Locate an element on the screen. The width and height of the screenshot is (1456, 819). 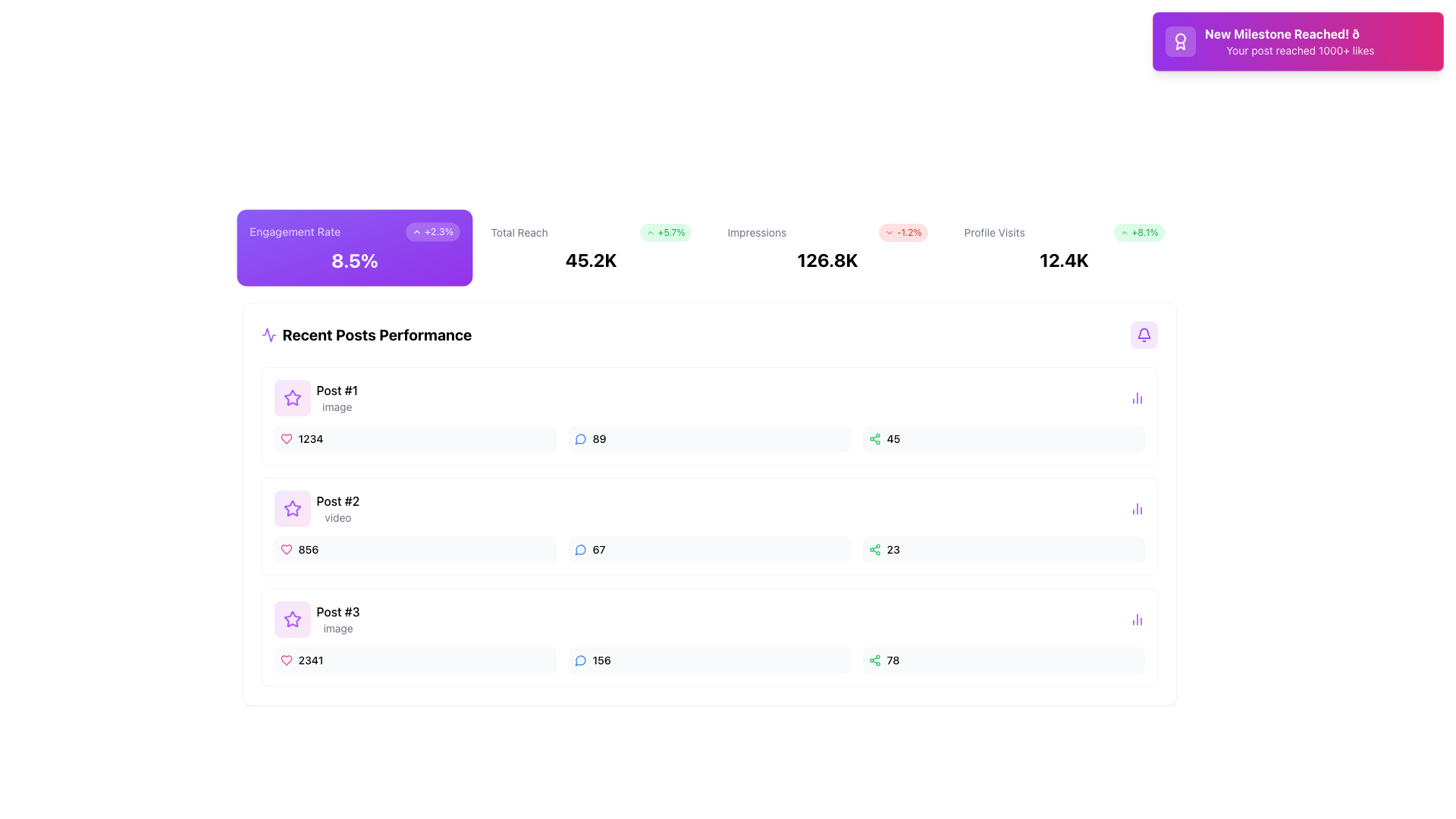
the decorative icon positioned at the far left of the 'Recent Posts Performance' section heading, which visually represents activity or performance-related content is located at coordinates (268, 334).